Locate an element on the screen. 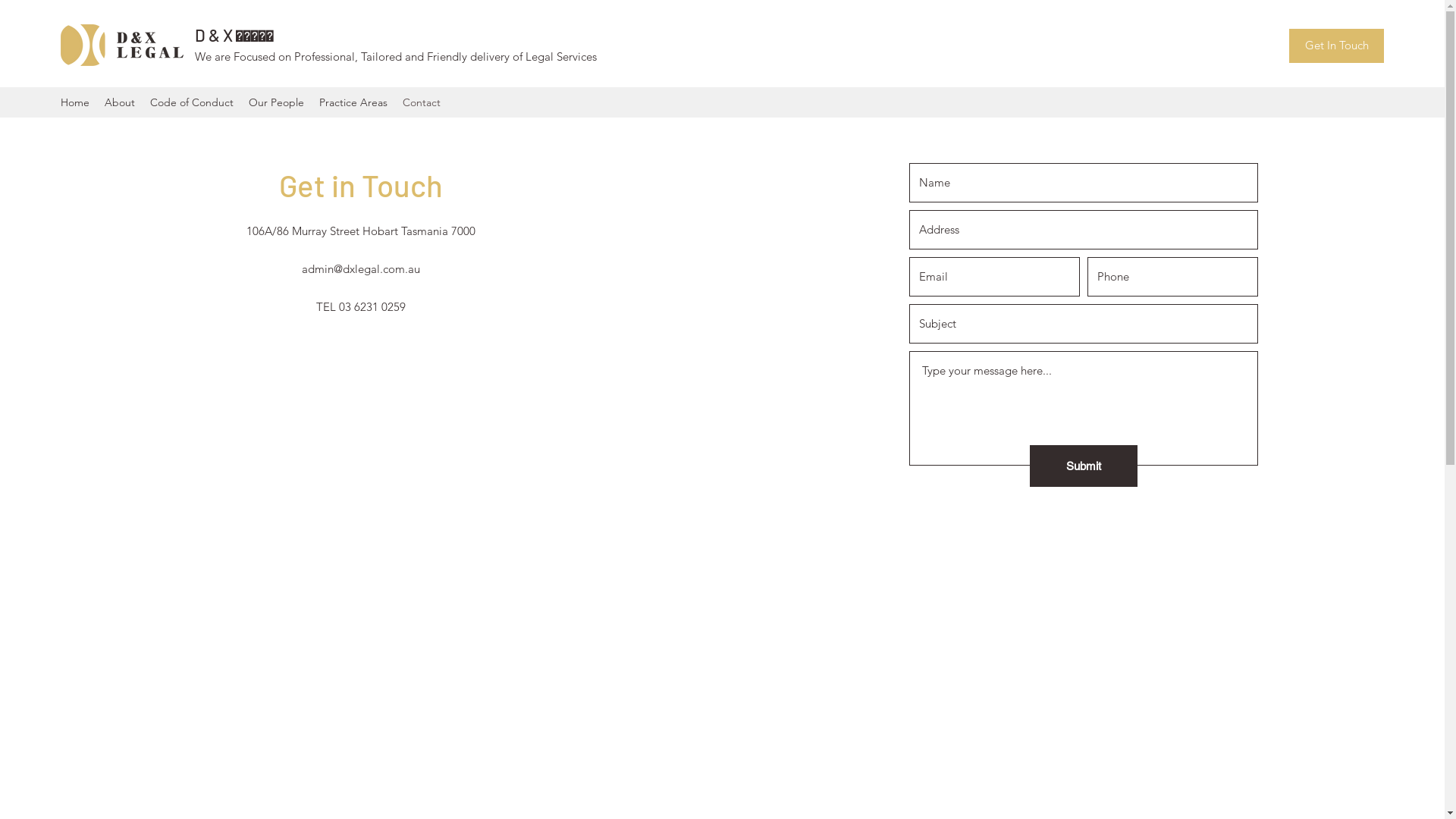 The image size is (1456, 819). 'Home' is located at coordinates (74, 102).